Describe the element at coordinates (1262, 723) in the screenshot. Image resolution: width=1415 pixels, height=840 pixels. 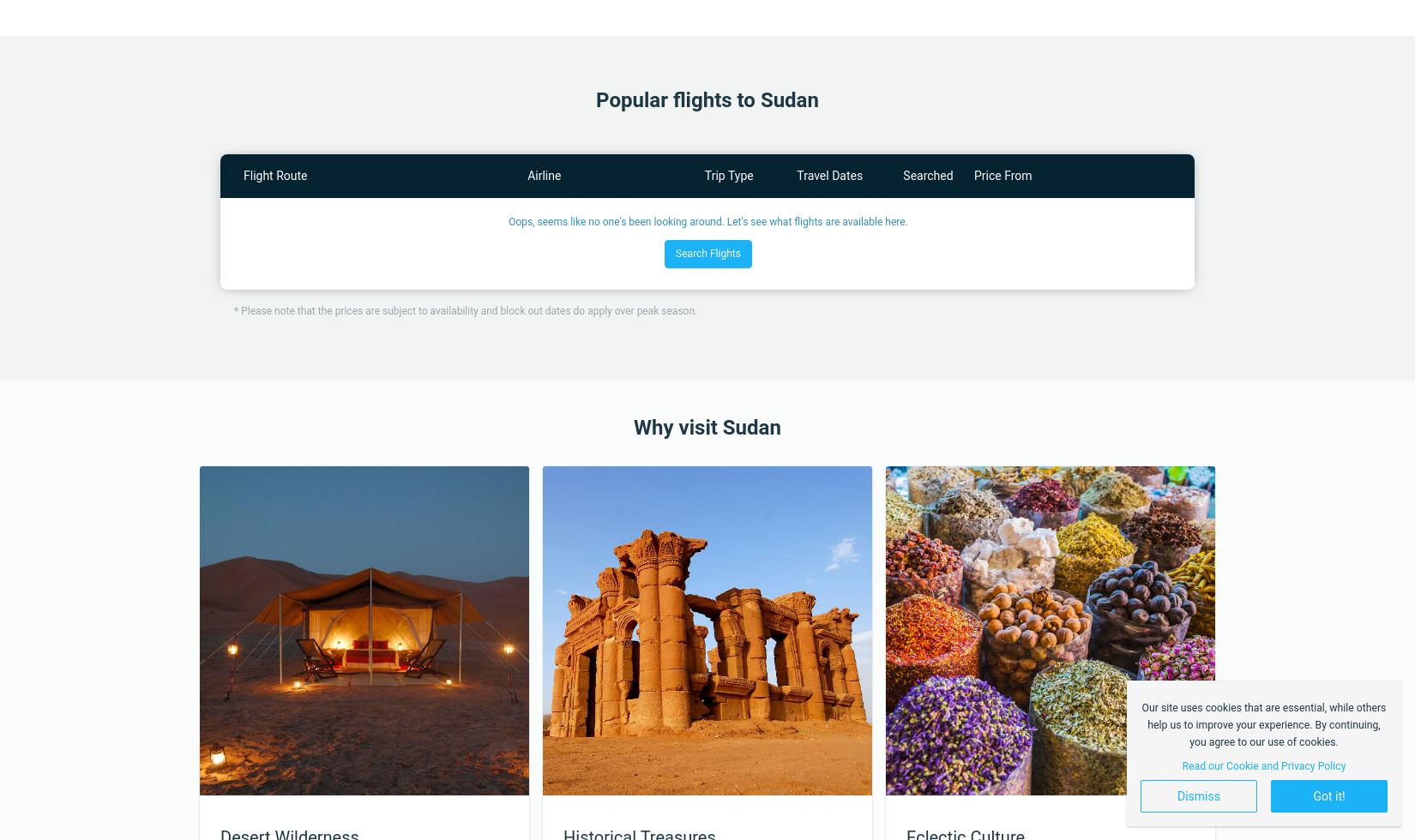
I see `'Our site uses cookies that are essential, while others help us to improve your experience. By continuing, you
agree to our use of cookies.'` at that location.